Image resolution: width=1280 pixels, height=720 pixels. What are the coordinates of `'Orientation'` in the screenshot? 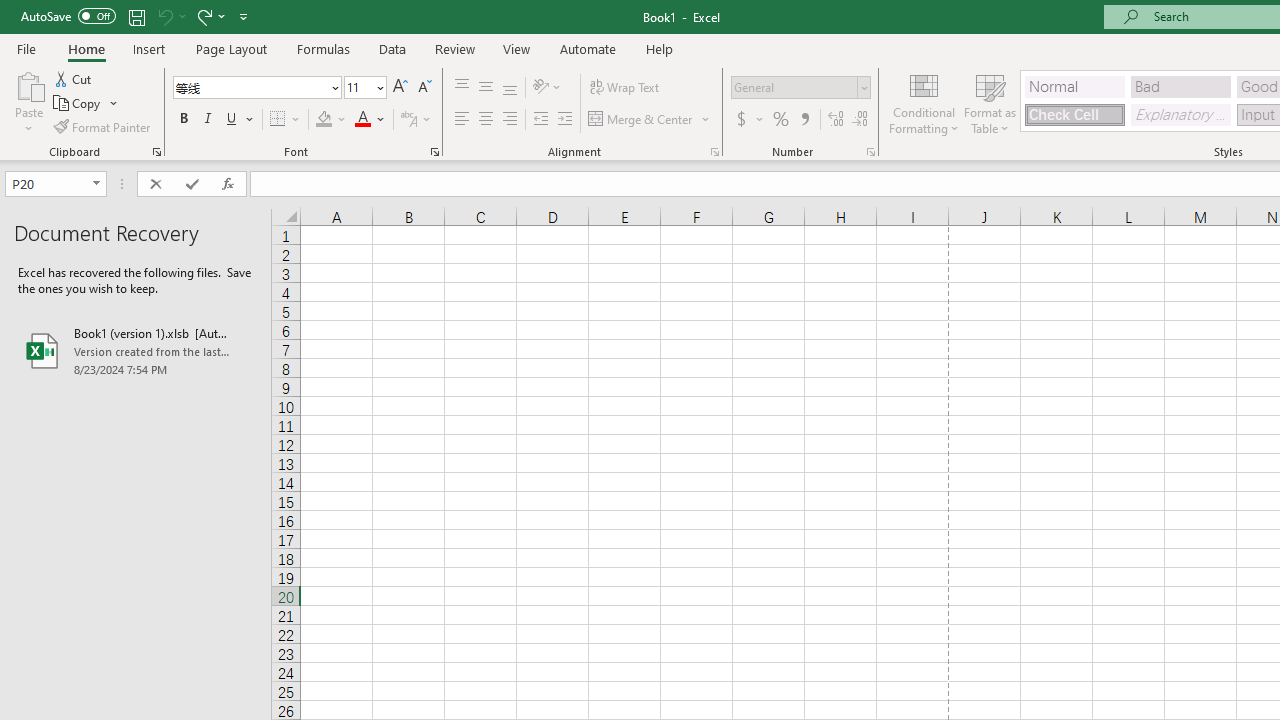 It's located at (547, 86).